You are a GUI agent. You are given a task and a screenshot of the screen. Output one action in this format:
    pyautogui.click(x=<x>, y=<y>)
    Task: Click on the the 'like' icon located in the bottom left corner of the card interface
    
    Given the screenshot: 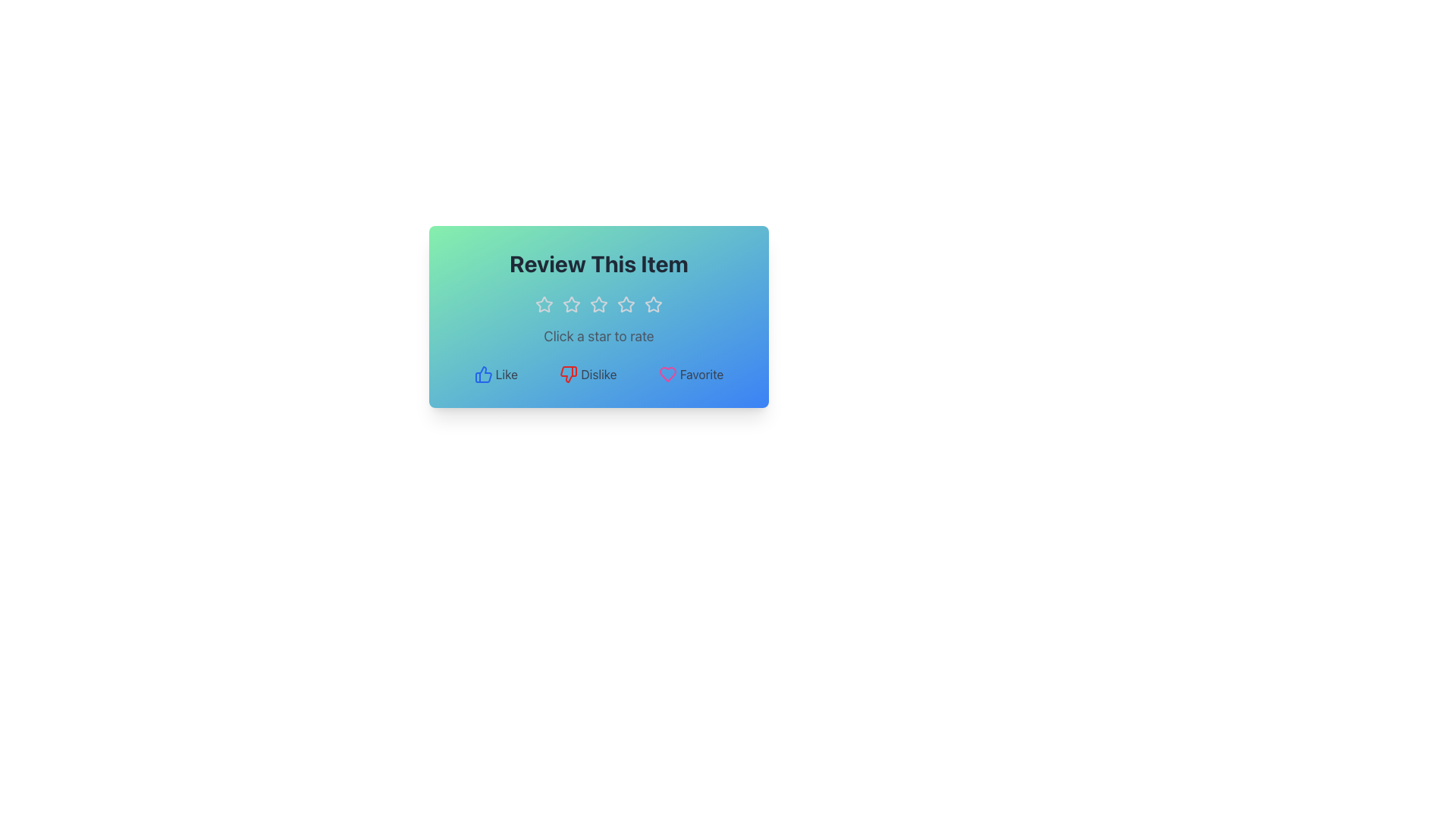 What is the action you would take?
    pyautogui.click(x=482, y=374)
    